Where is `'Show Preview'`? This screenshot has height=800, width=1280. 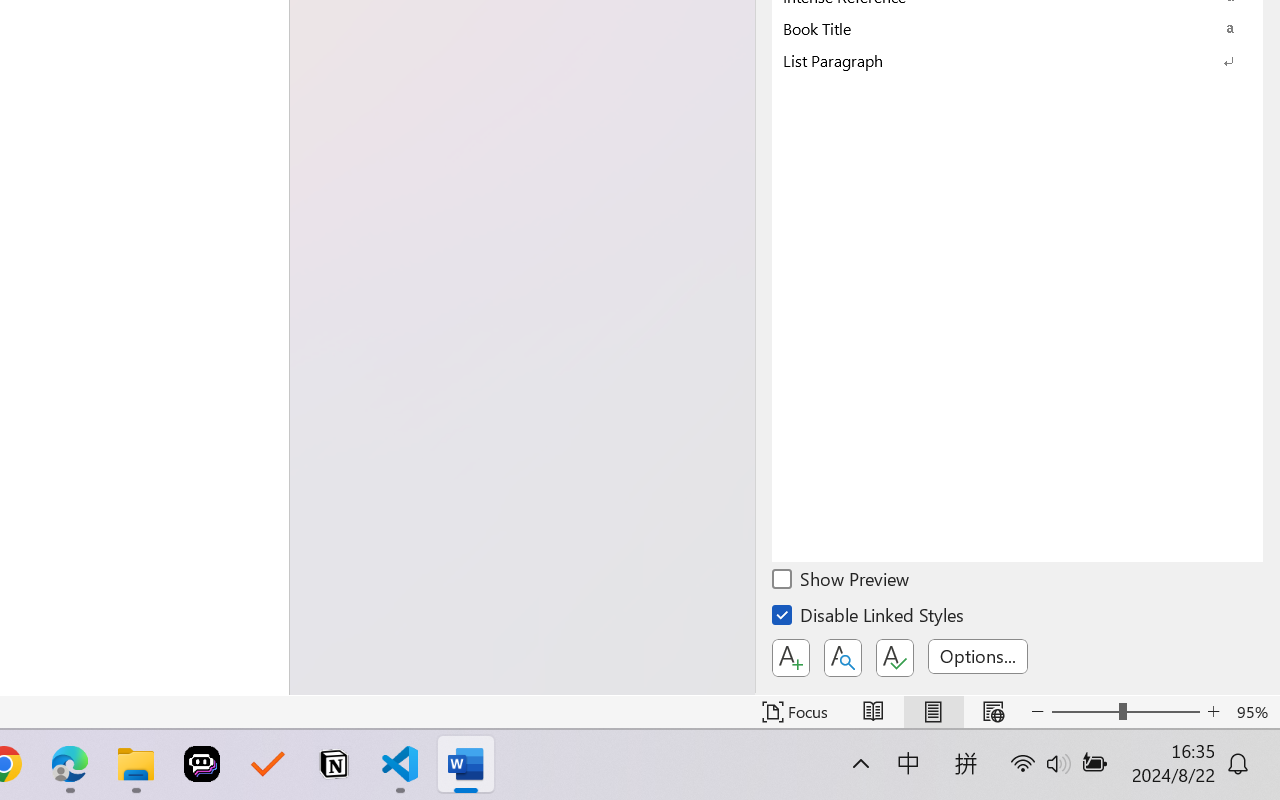
'Show Preview' is located at coordinates (842, 581).